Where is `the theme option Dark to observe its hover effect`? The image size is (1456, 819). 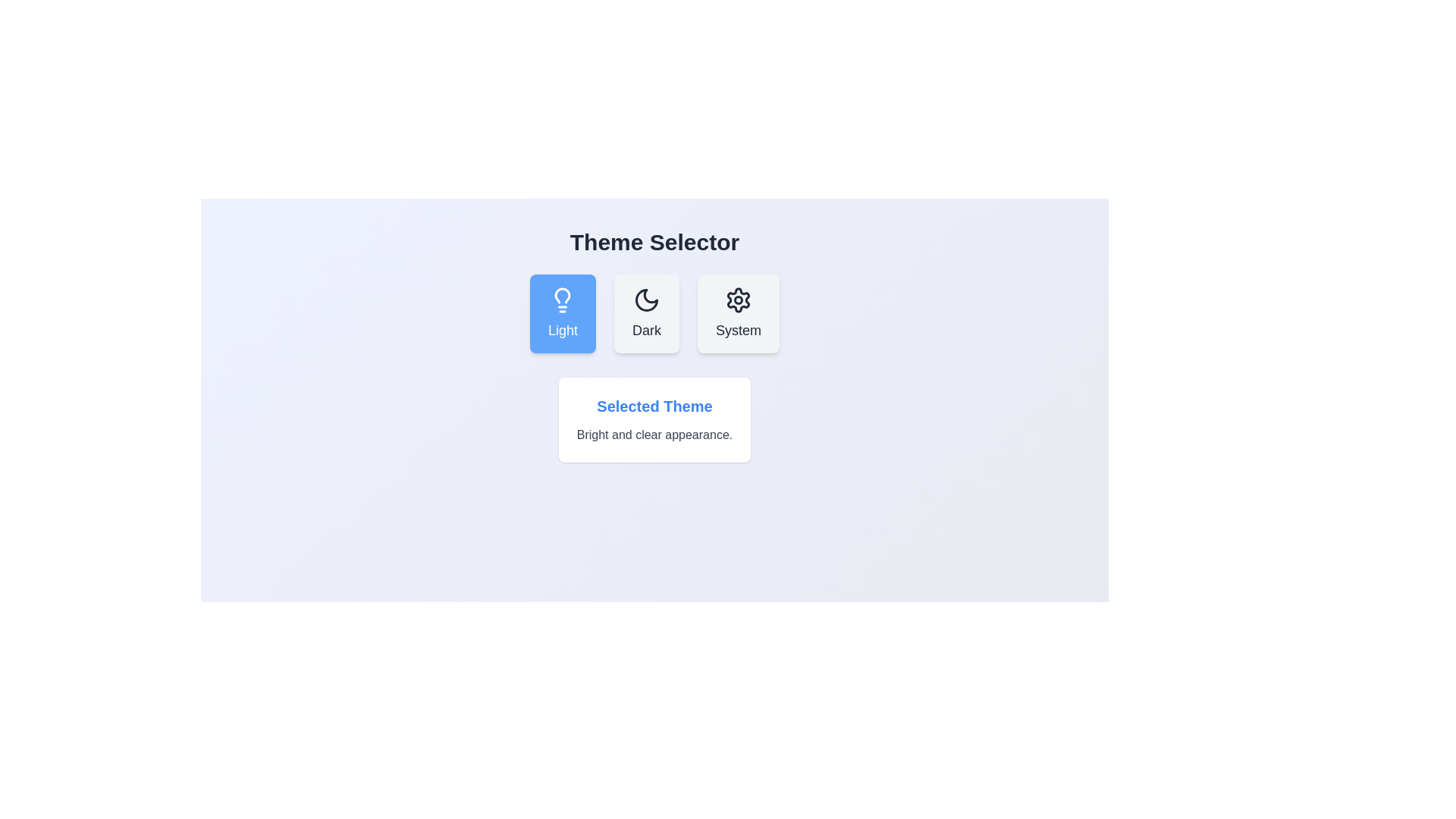
the theme option Dark to observe its hover effect is located at coordinates (647, 312).